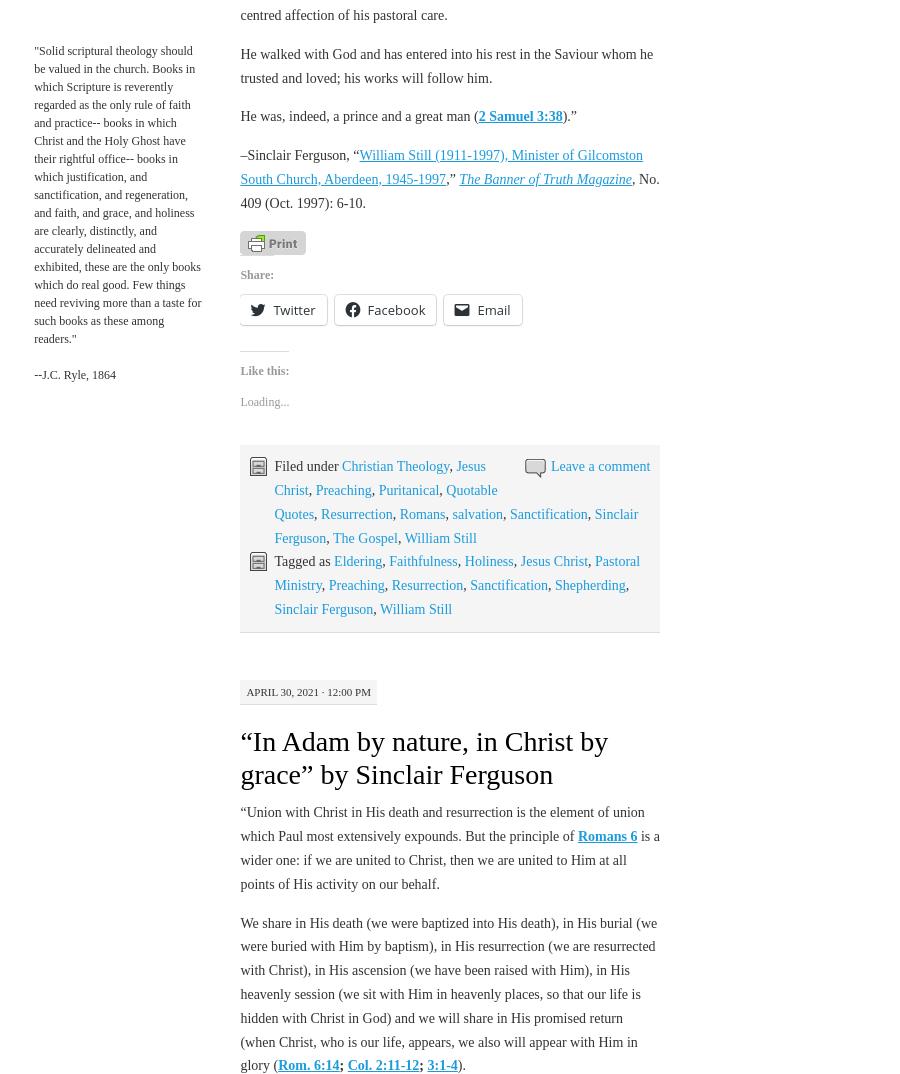 The width and height of the screenshot is (900, 1074). What do you see at coordinates (600, 465) in the screenshot?
I see `'Leave a comment'` at bounding box center [600, 465].